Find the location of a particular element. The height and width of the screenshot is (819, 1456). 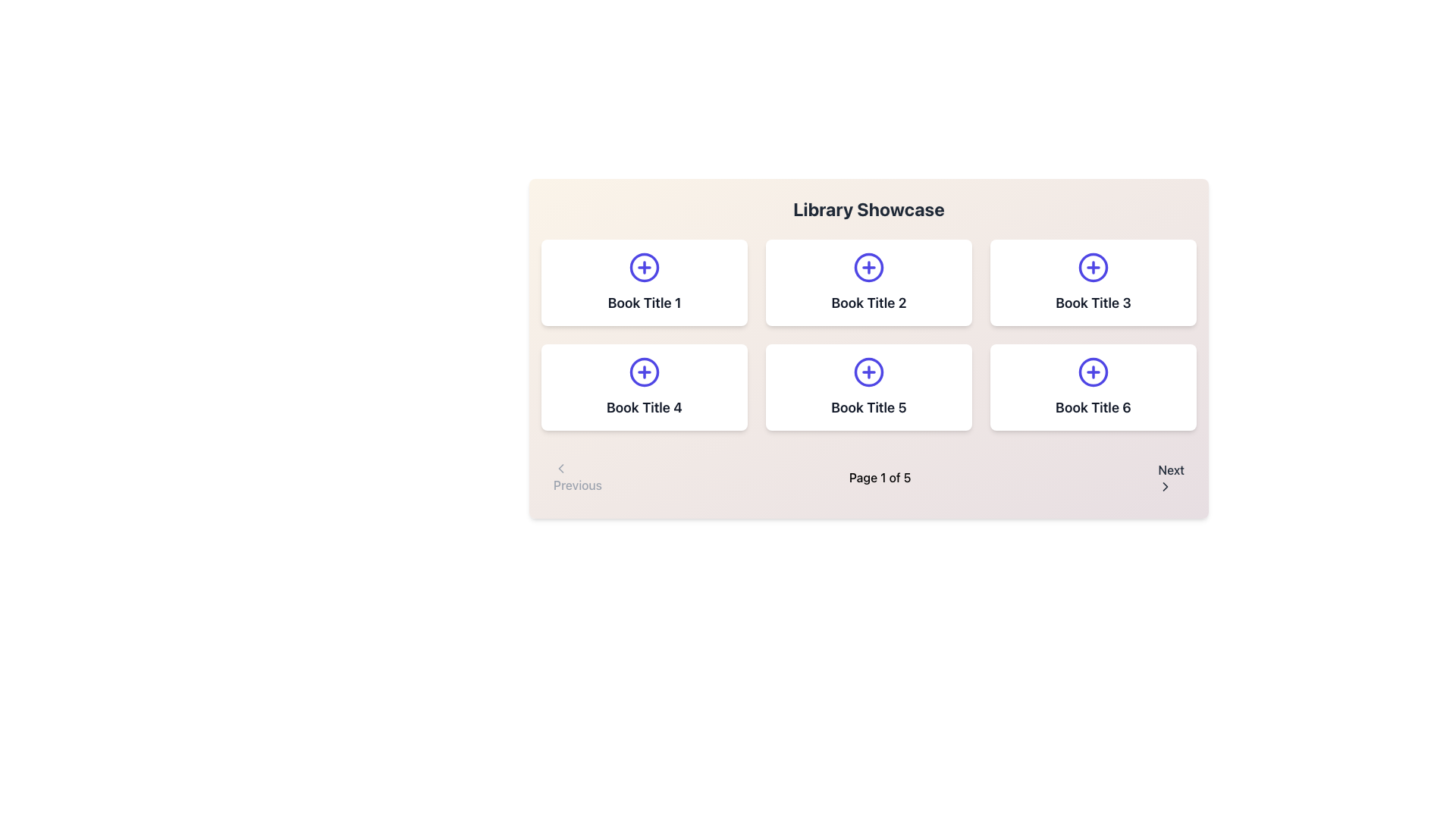

text content of the static text header located at the top center of the library collection section, which indicates the main theme or purpose of the section is located at coordinates (869, 209).